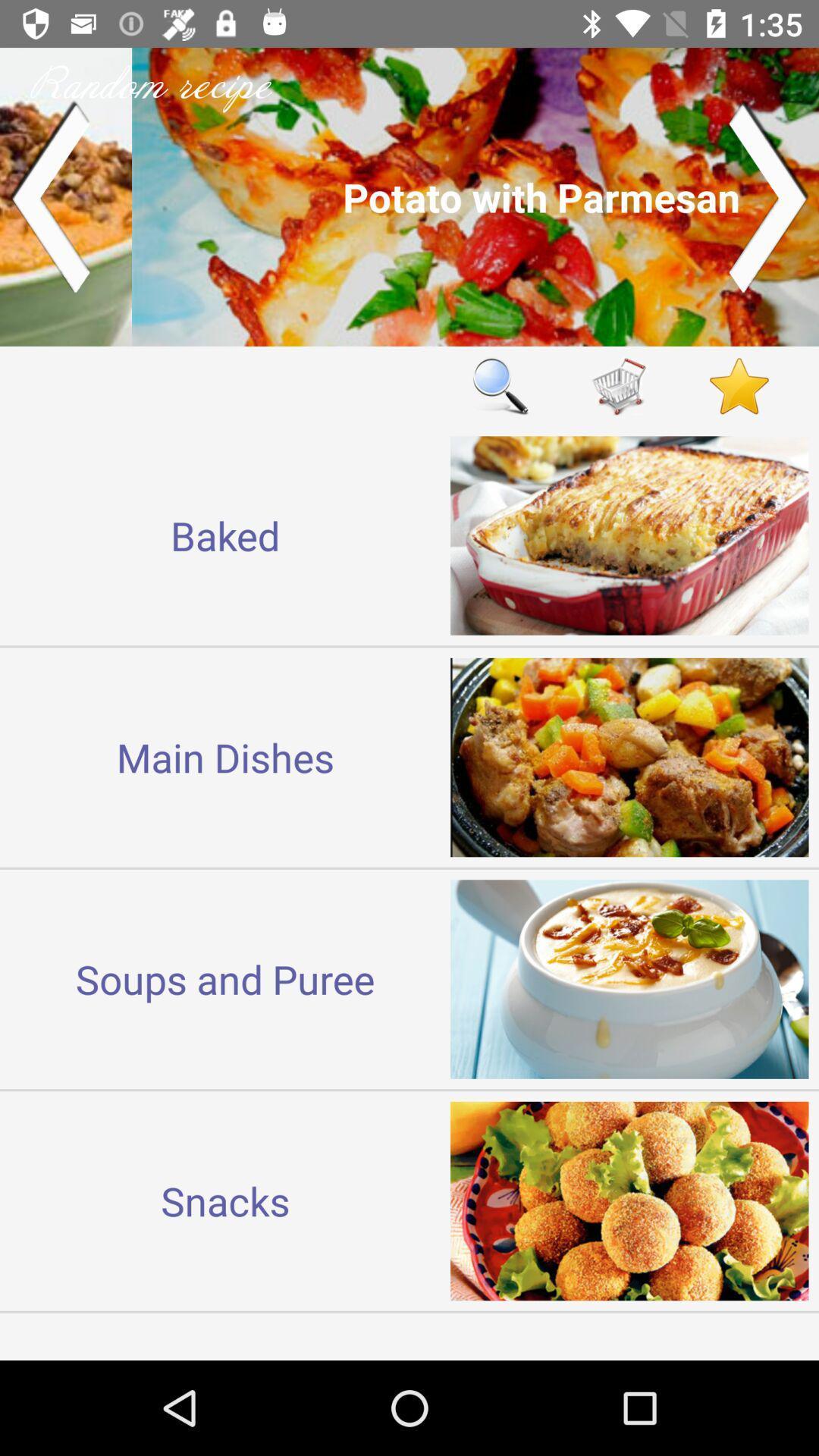  What do you see at coordinates (769, 196) in the screenshot?
I see `next option` at bounding box center [769, 196].